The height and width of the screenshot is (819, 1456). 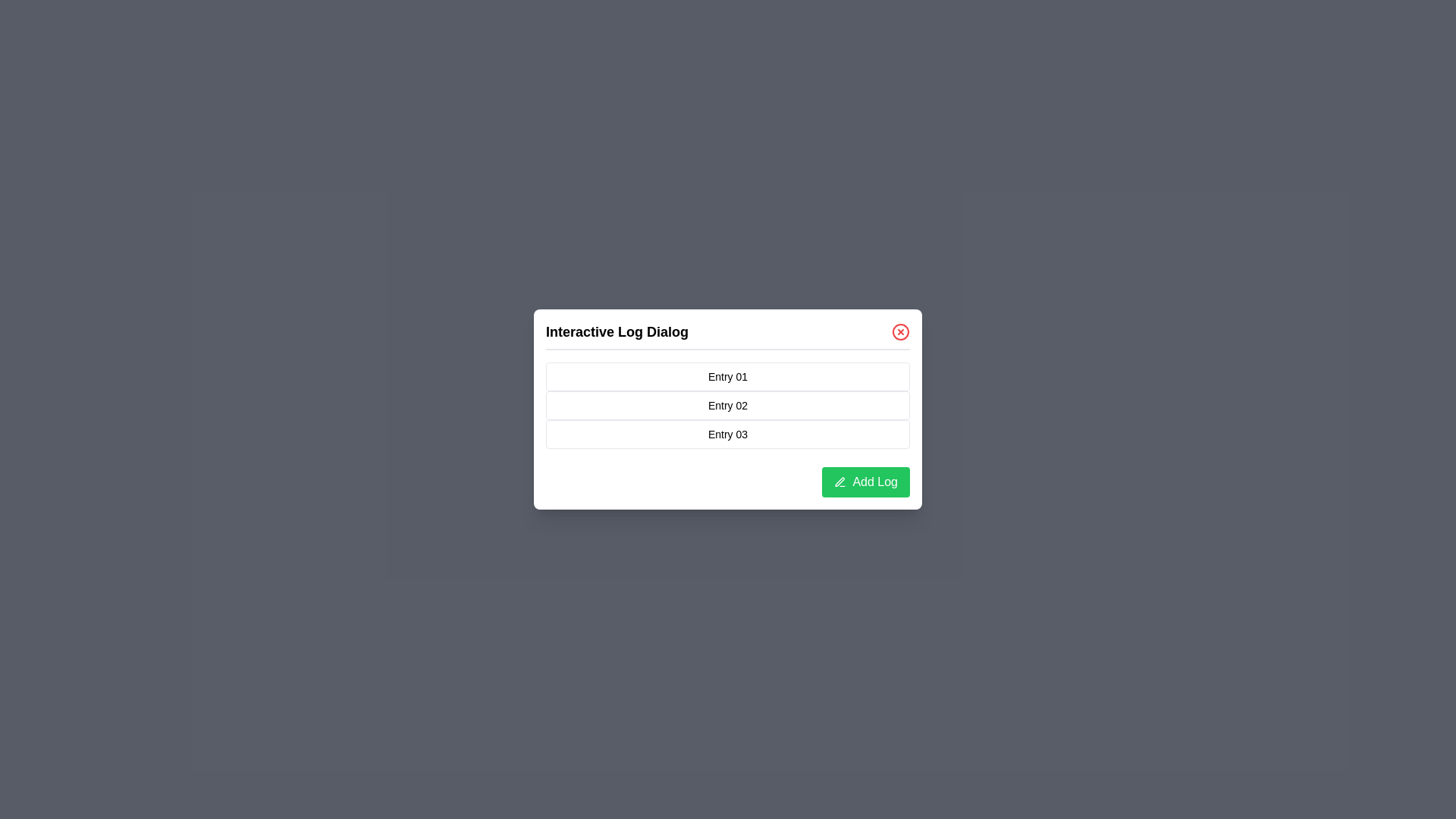 I want to click on the close button in the dialog to close it, so click(x=901, y=331).